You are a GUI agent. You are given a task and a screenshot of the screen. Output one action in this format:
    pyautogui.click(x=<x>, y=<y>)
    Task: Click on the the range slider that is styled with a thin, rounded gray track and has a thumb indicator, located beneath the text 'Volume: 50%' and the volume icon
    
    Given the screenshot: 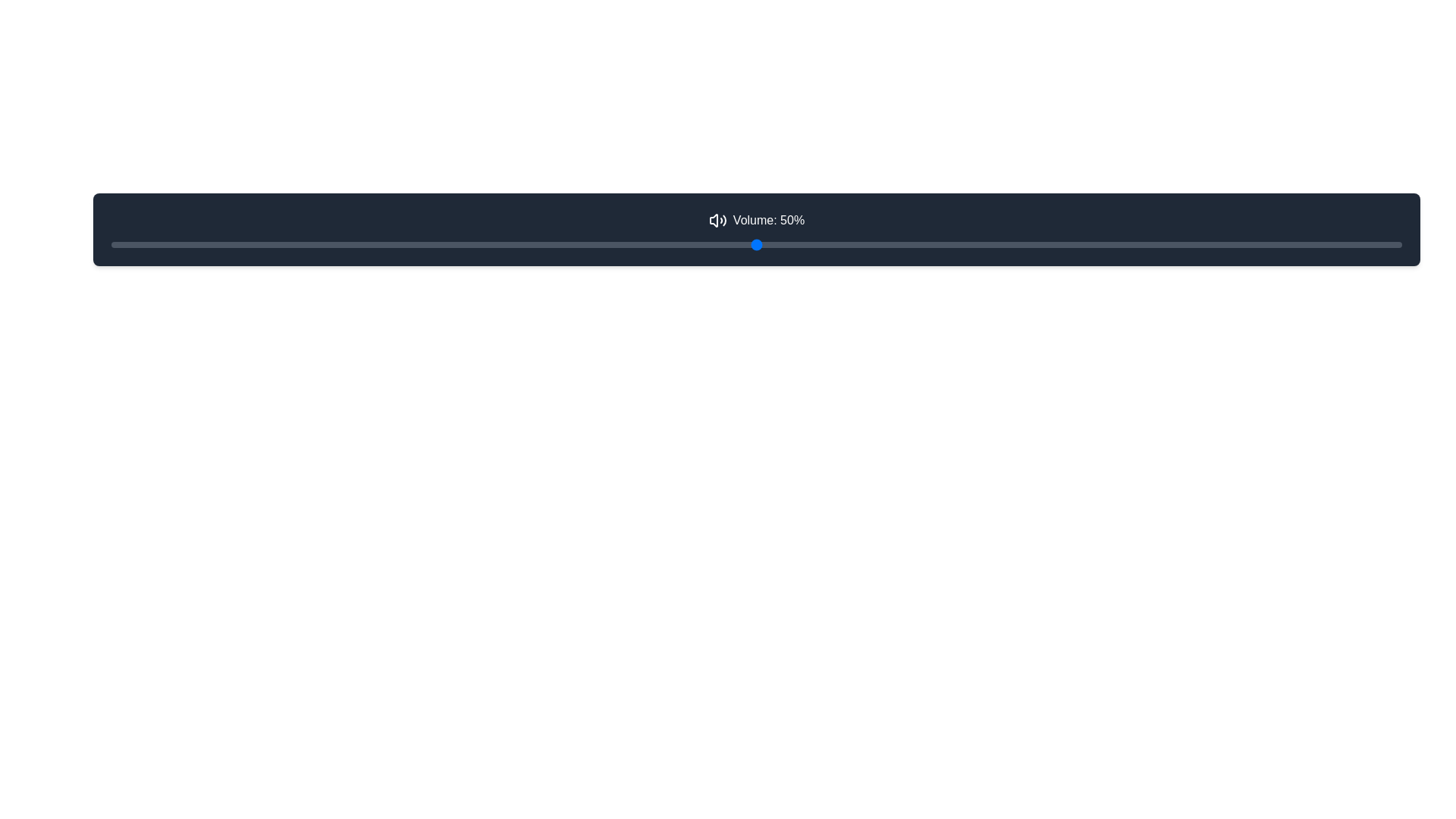 What is the action you would take?
    pyautogui.click(x=757, y=244)
    